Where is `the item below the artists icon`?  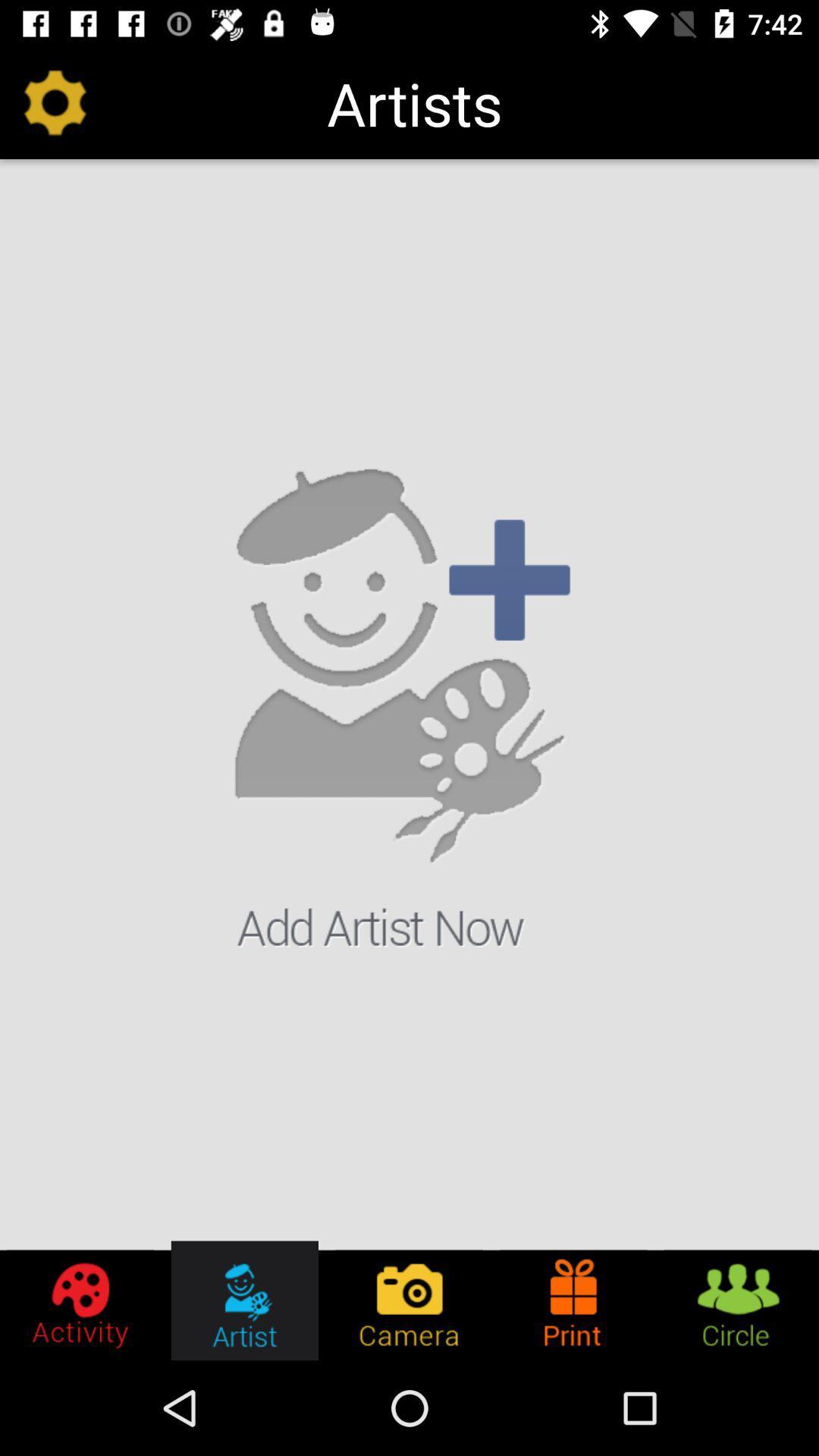
the item below the artists icon is located at coordinates (409, 706).